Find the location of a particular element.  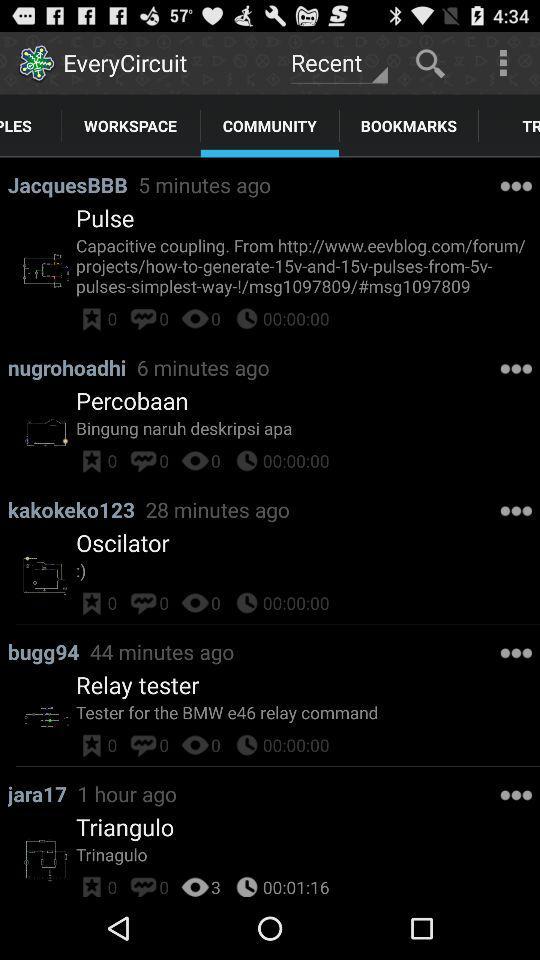

item below oscilator app is located at coordinates (308, 570).